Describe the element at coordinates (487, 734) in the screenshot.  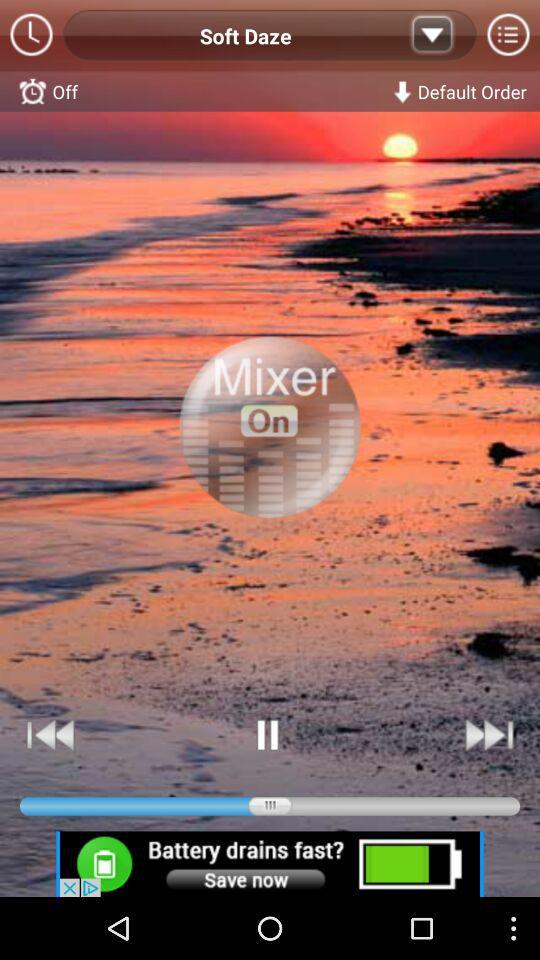
I see `next option` at that location.